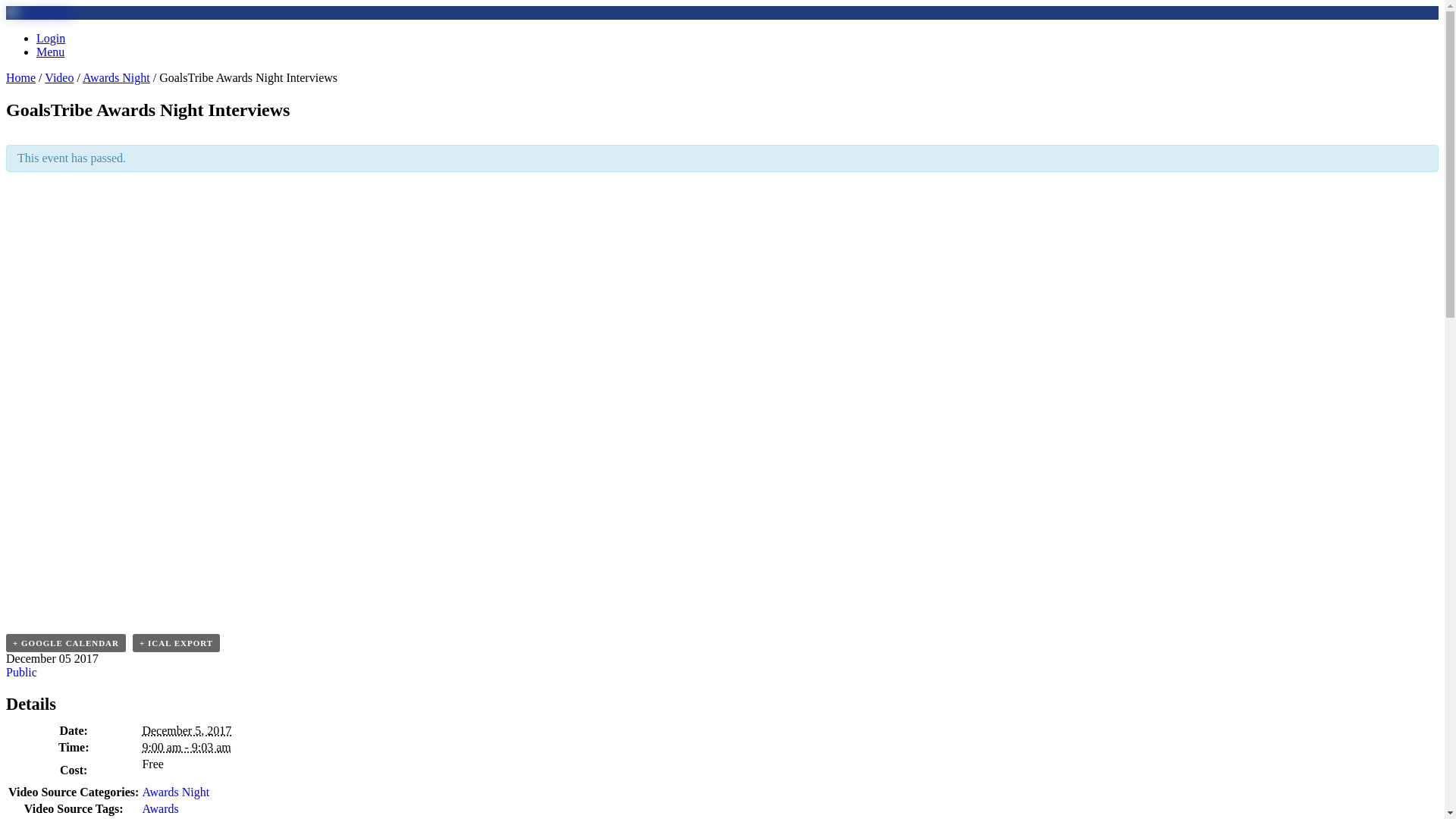  I want to click on 'GoalsTribe Awards Night Interviews', so click(370, 399).